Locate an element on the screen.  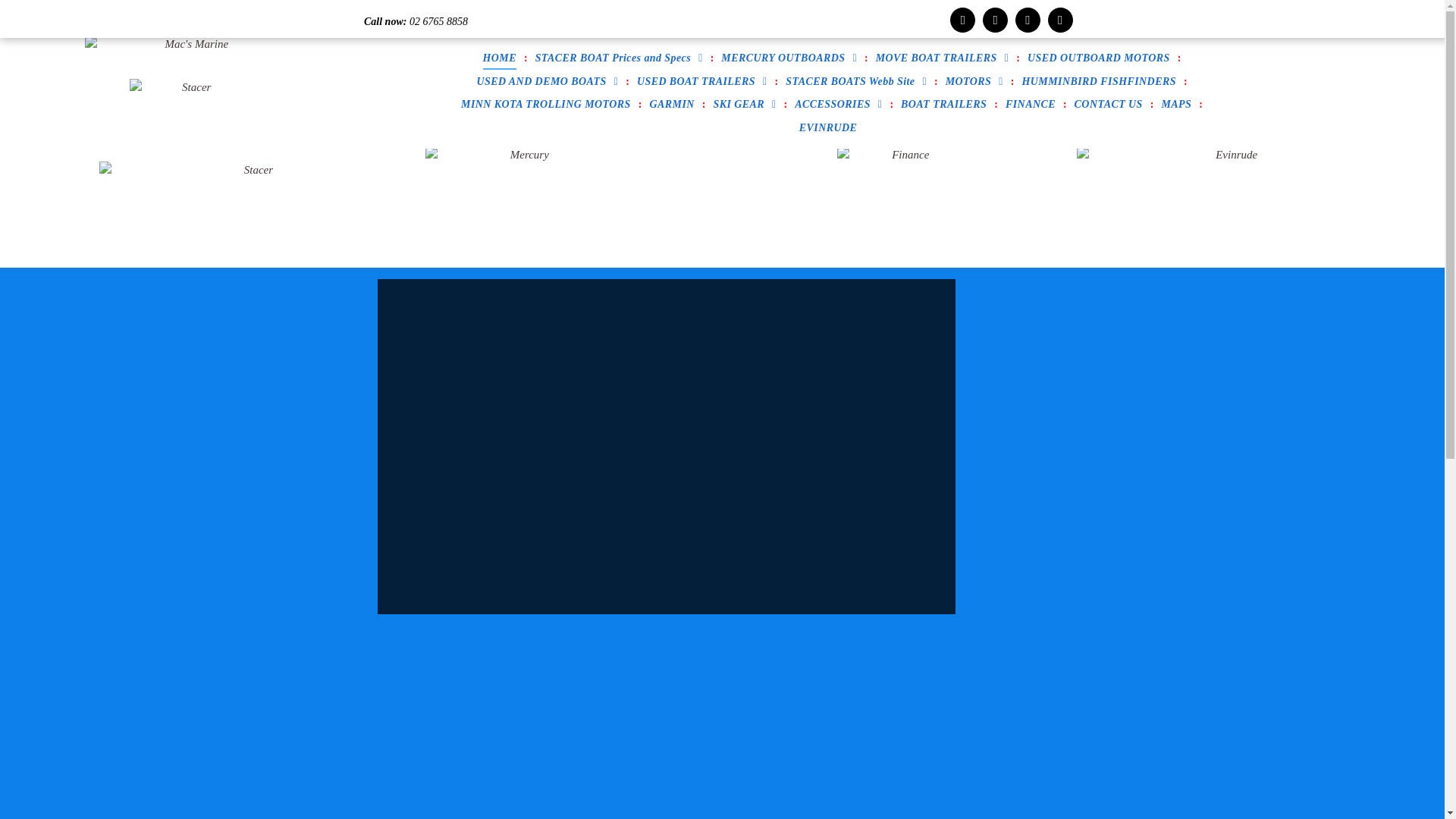
'STACER BOATS Webb Site' is located at coordinates (855, 81).